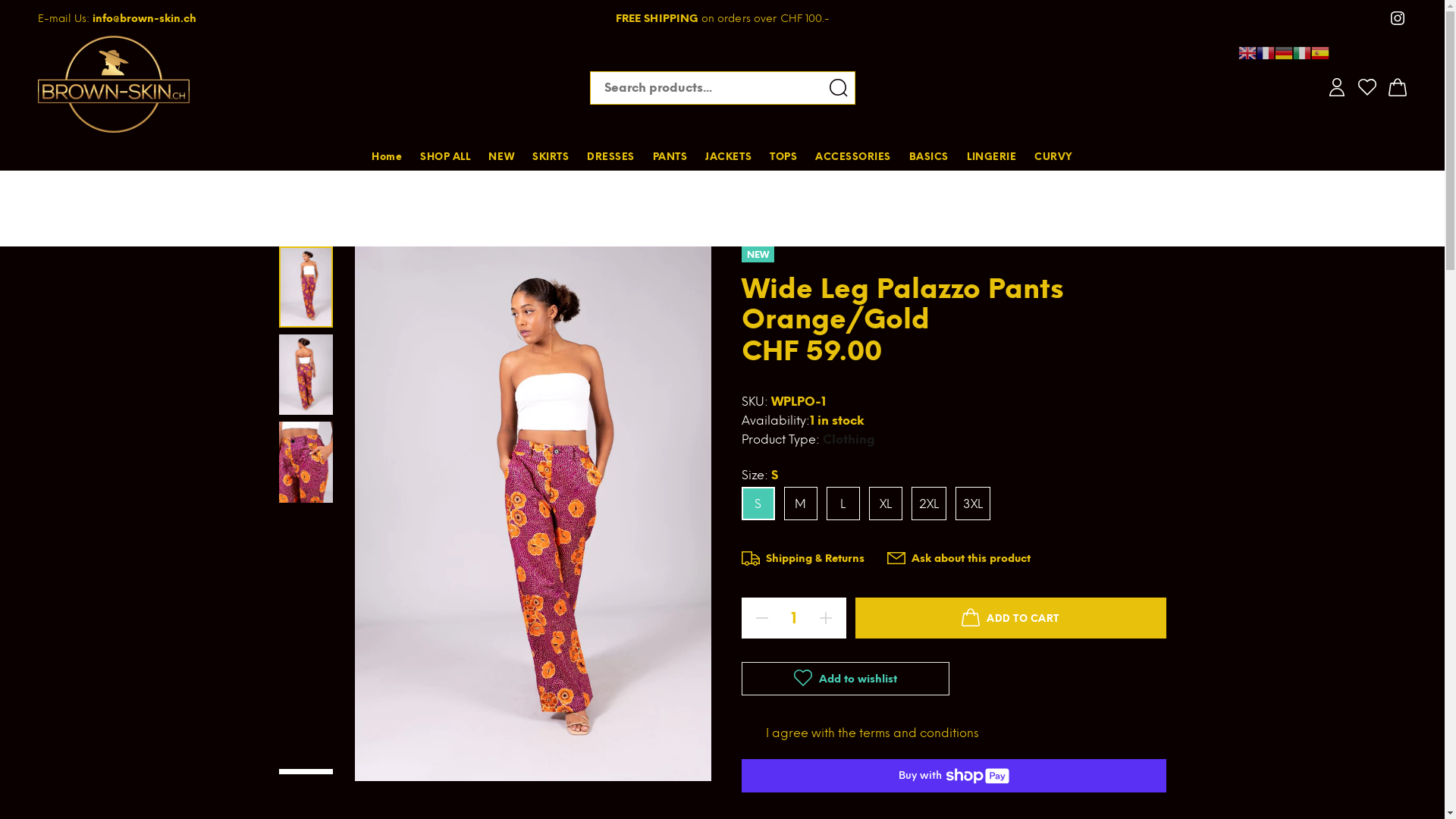 The height and width of the screenshot is (819, 1456). What do you see at coordinates (843, 503) in the screenshot?
I see `'L'` at bounding box center [843, 503].